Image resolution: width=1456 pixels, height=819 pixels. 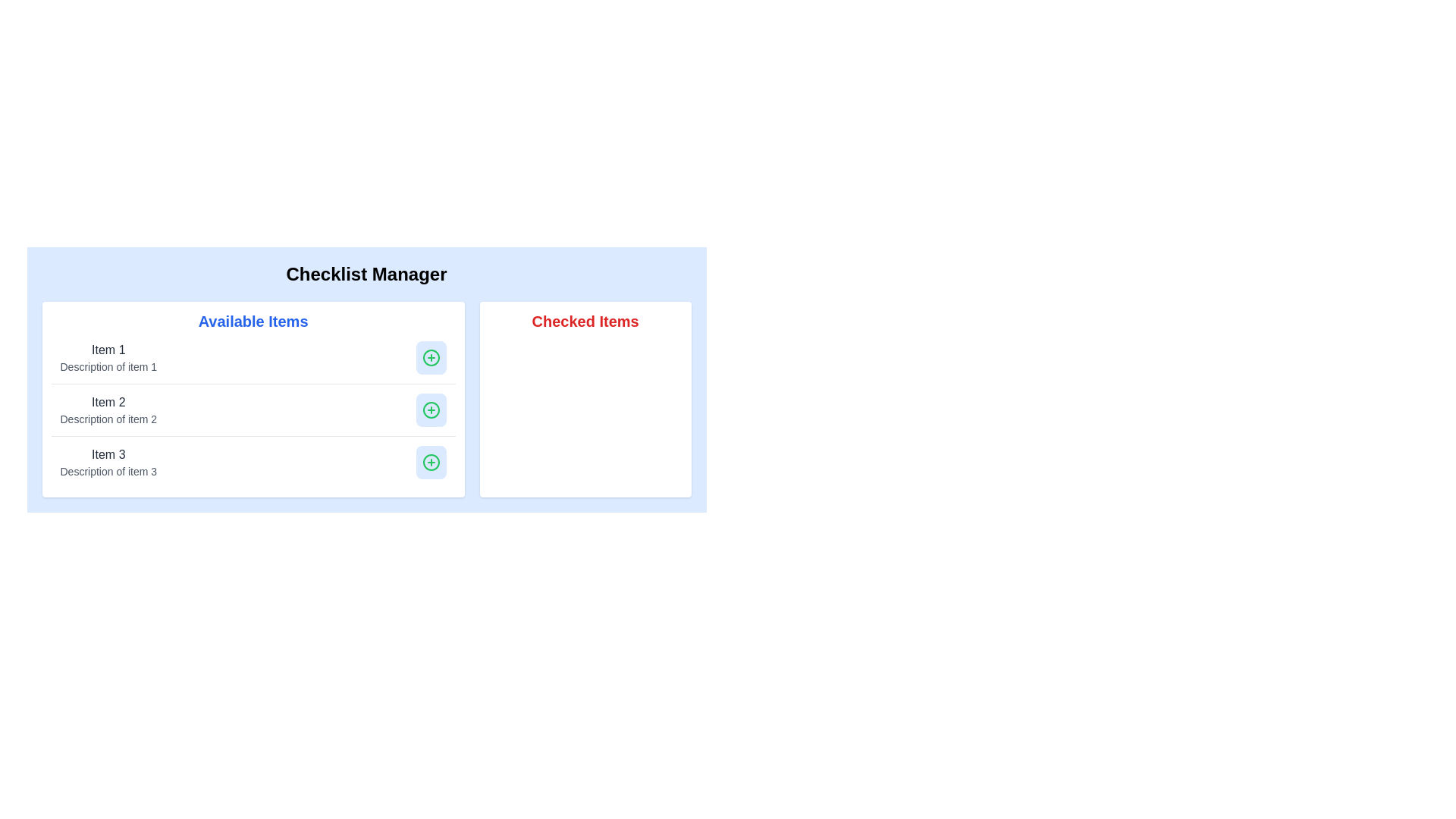 I want to click on the button associated with 'Item 3' located in the 'Available Items' section of the 'Checklist Manager', so click(x=430, y=461).